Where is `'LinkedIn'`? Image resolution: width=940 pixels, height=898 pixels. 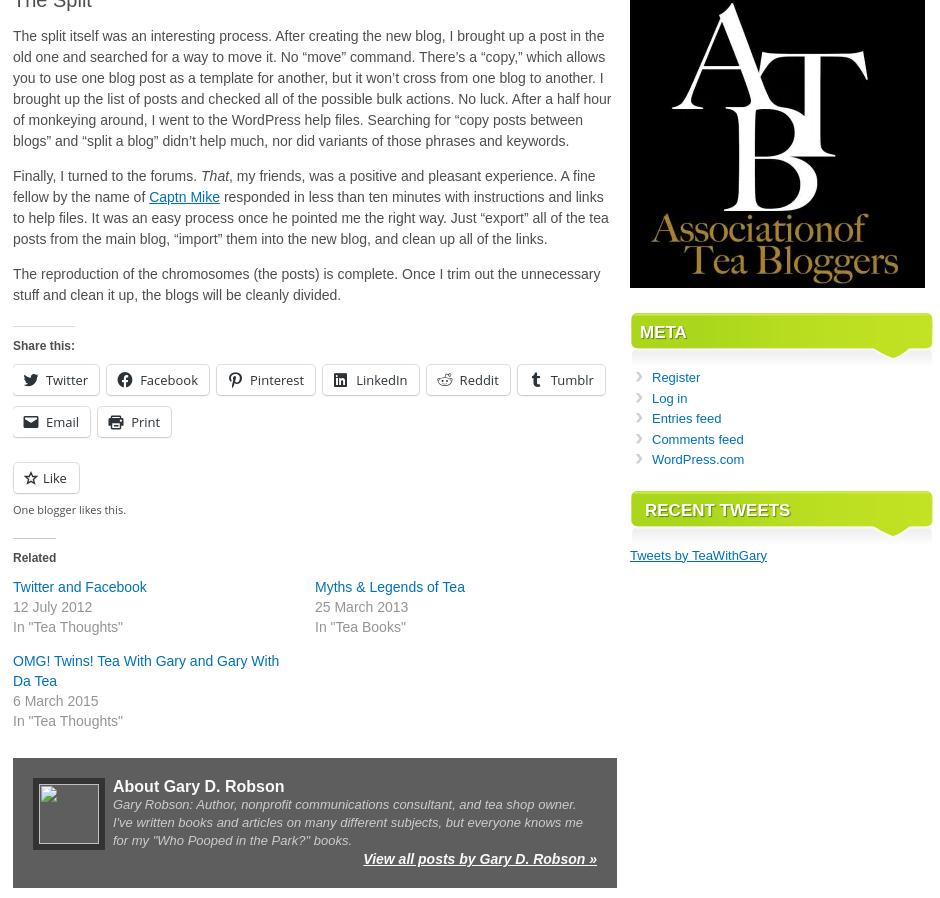
'LinkedIn' is located at coordinates (380, 380).